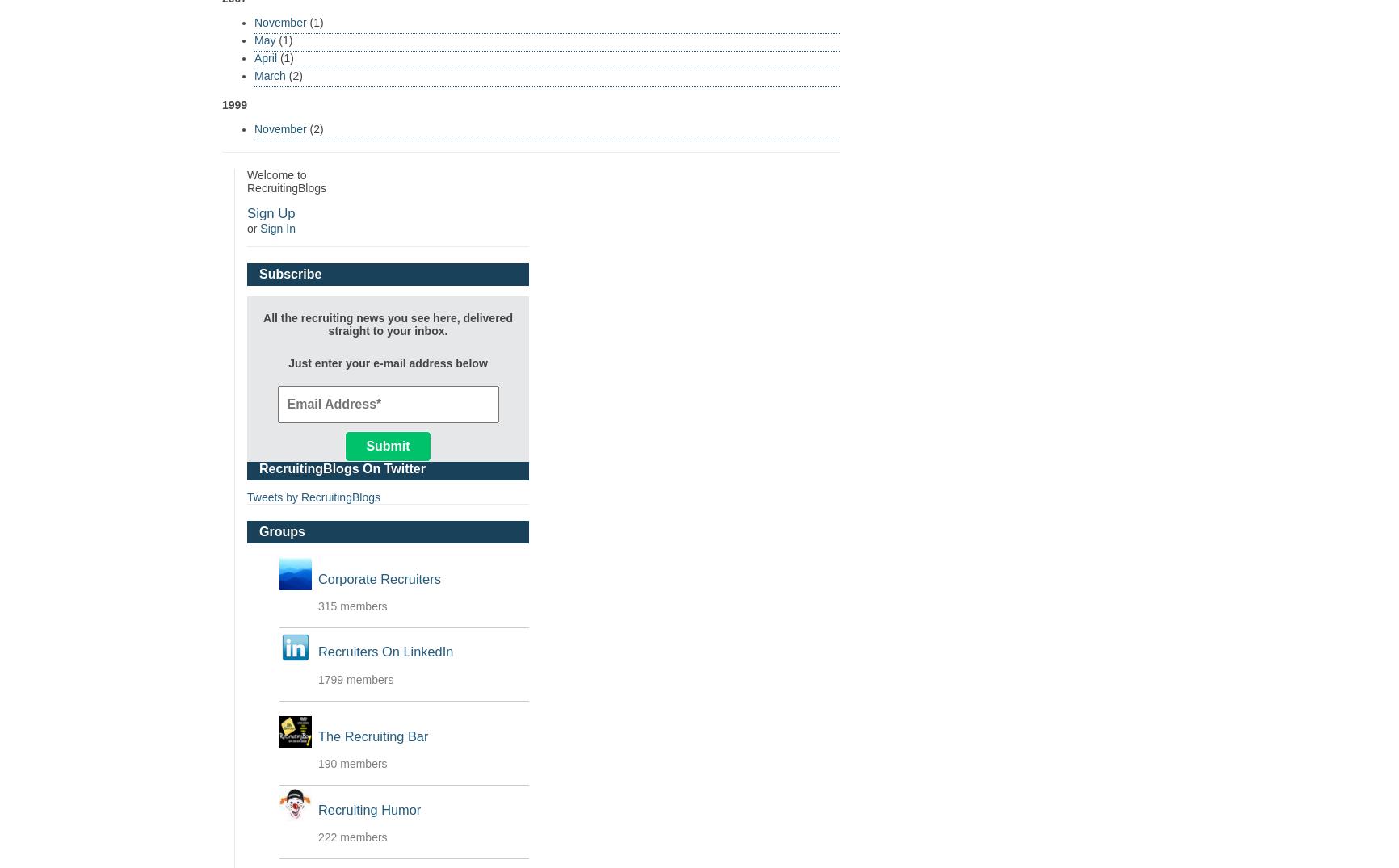 The height and width of the screenshot is (868, 1399). Describe the element at coordinates (264, 39) in the screenshot. I see `'May'` at that location.